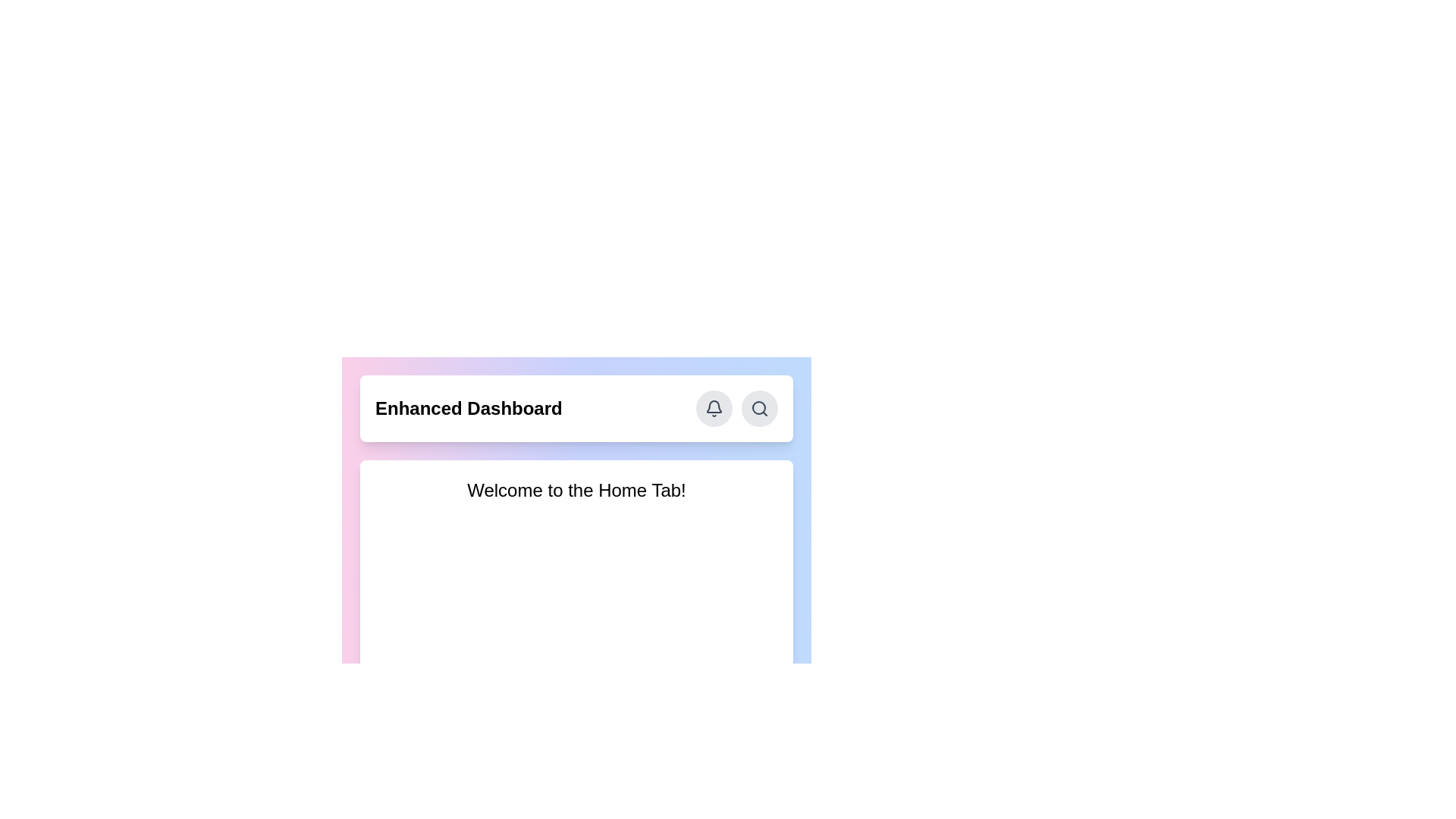  I want to click on the circular button with a gray background and a magnifying glass icon located on the upper right of the dashboard header to trigger a visual change indicating interaction, so click(760, 408).